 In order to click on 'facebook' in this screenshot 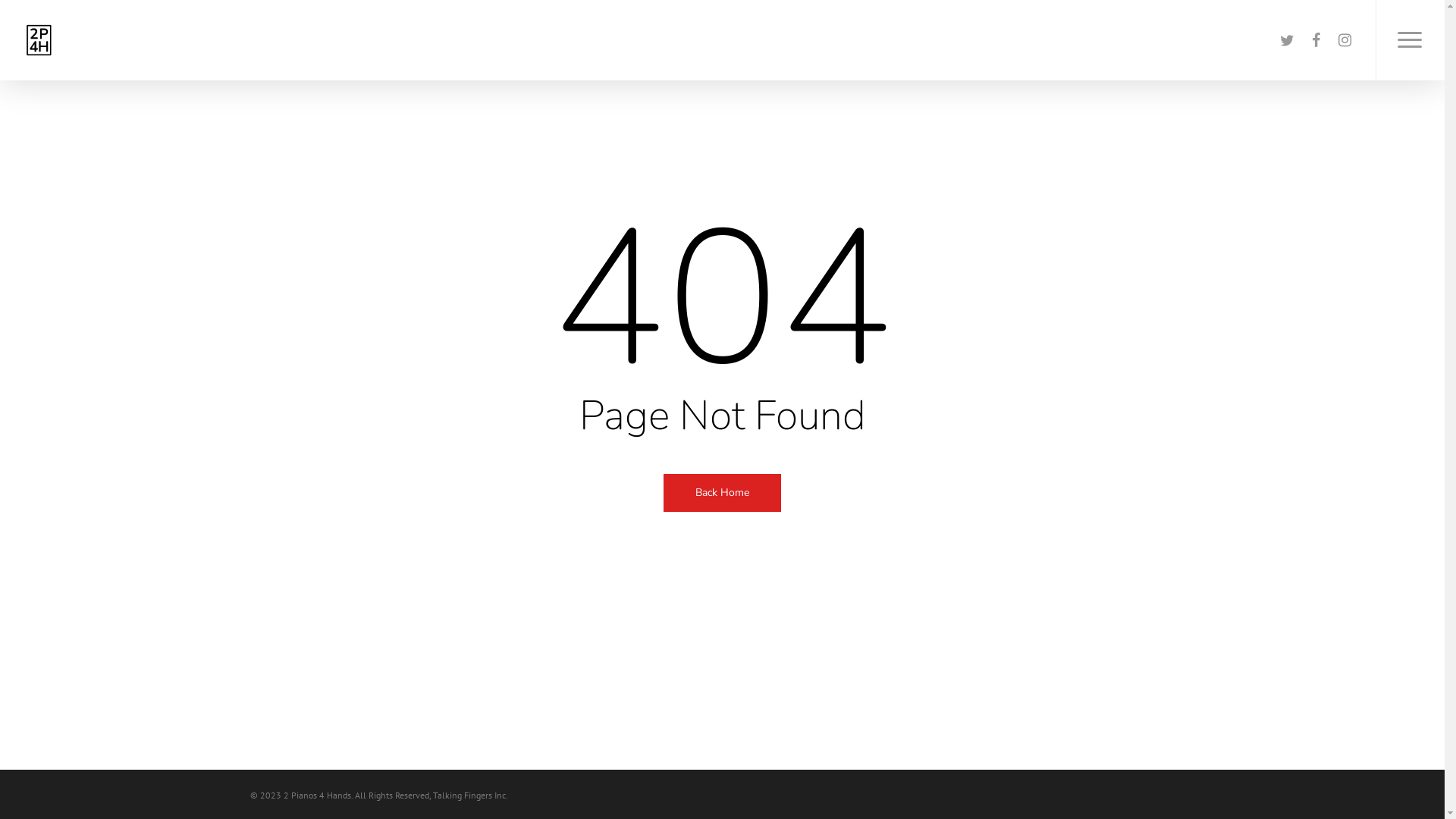, I will do `click(1314, 39)`.